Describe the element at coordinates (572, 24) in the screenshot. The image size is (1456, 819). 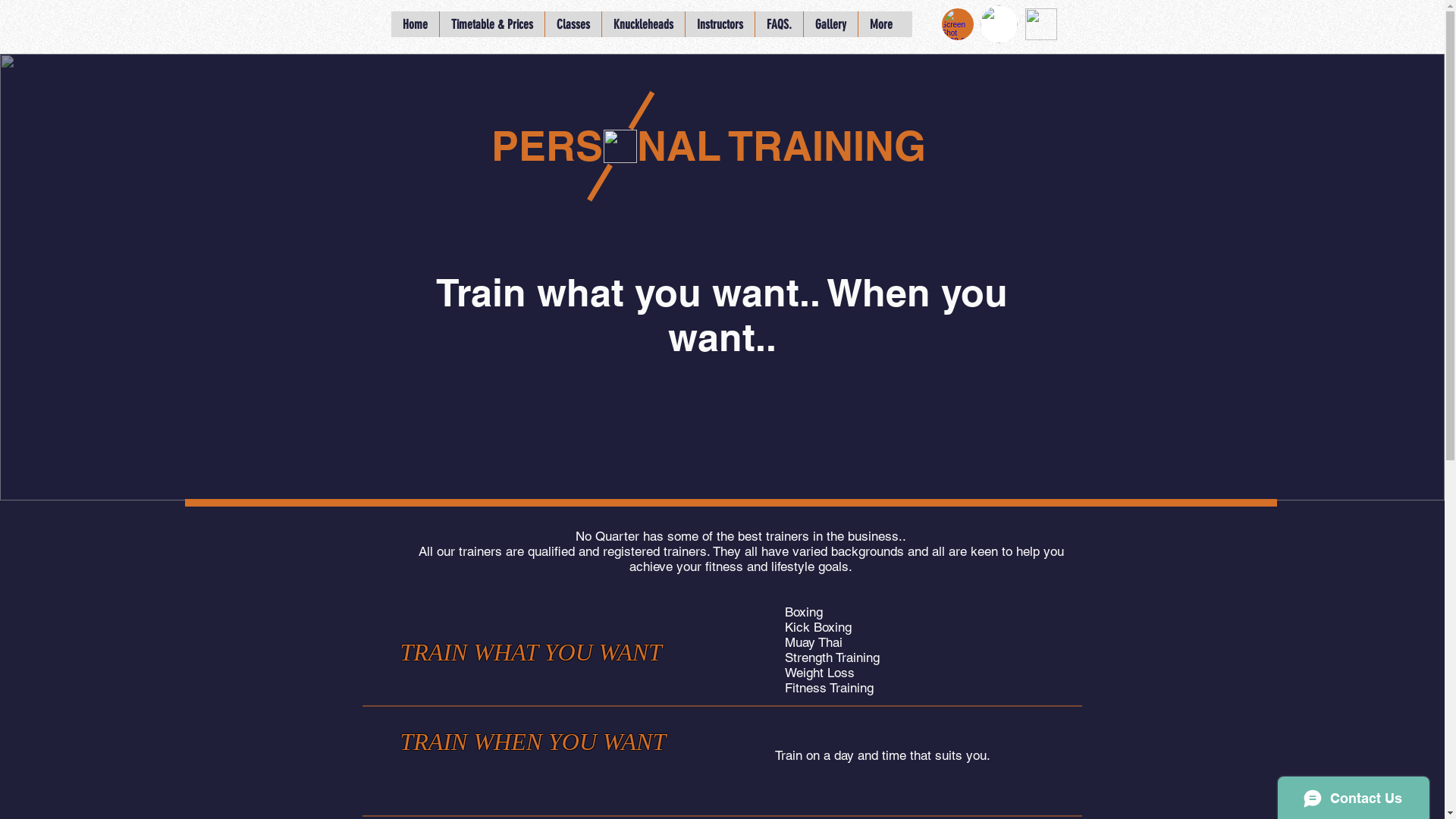
I see `'Classes'` at that location.